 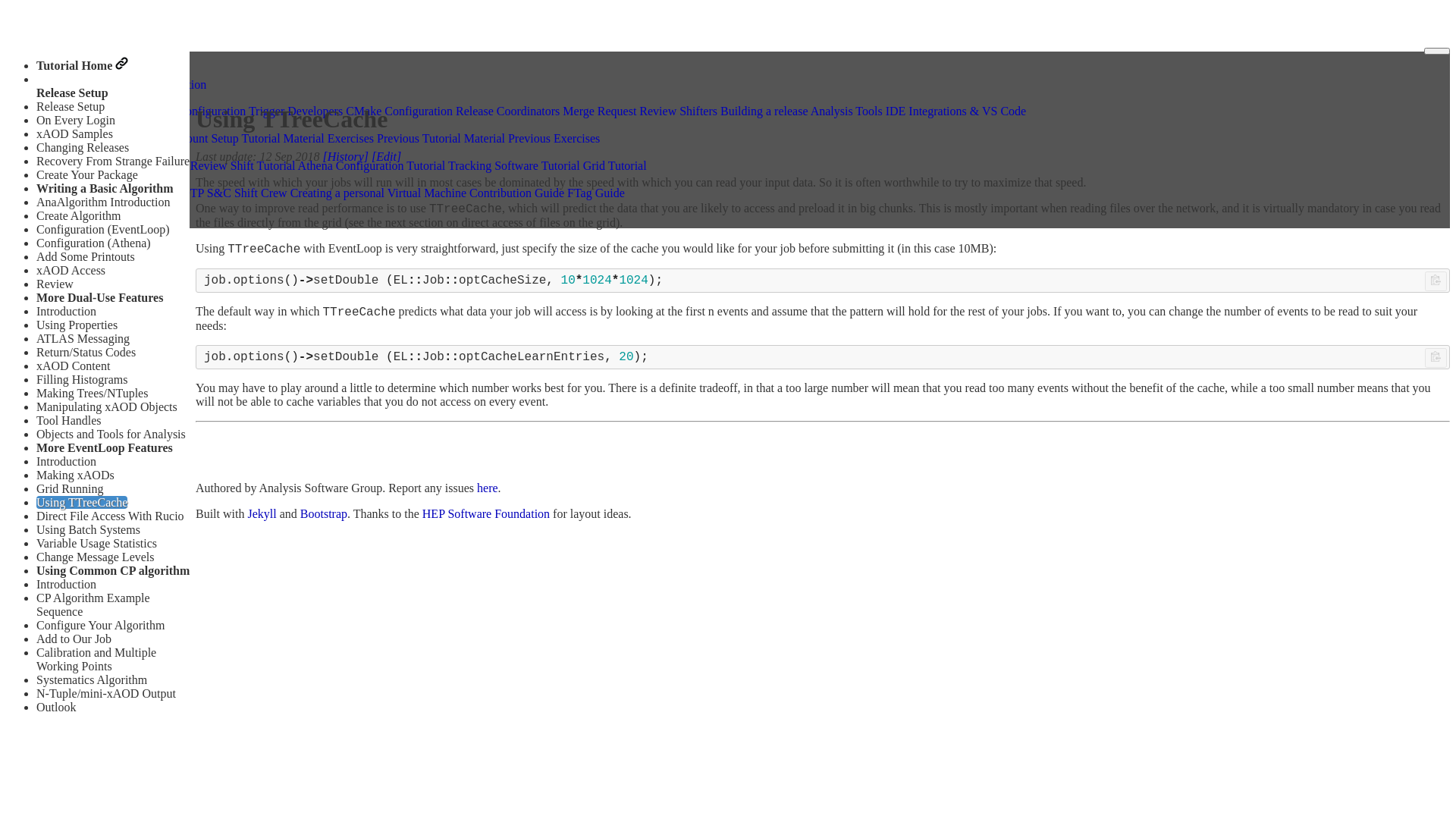 What do you see at coordinates (73, 639) in the screenshot?
I see `'Add to Our Job'` at bounding box center [73, 639].